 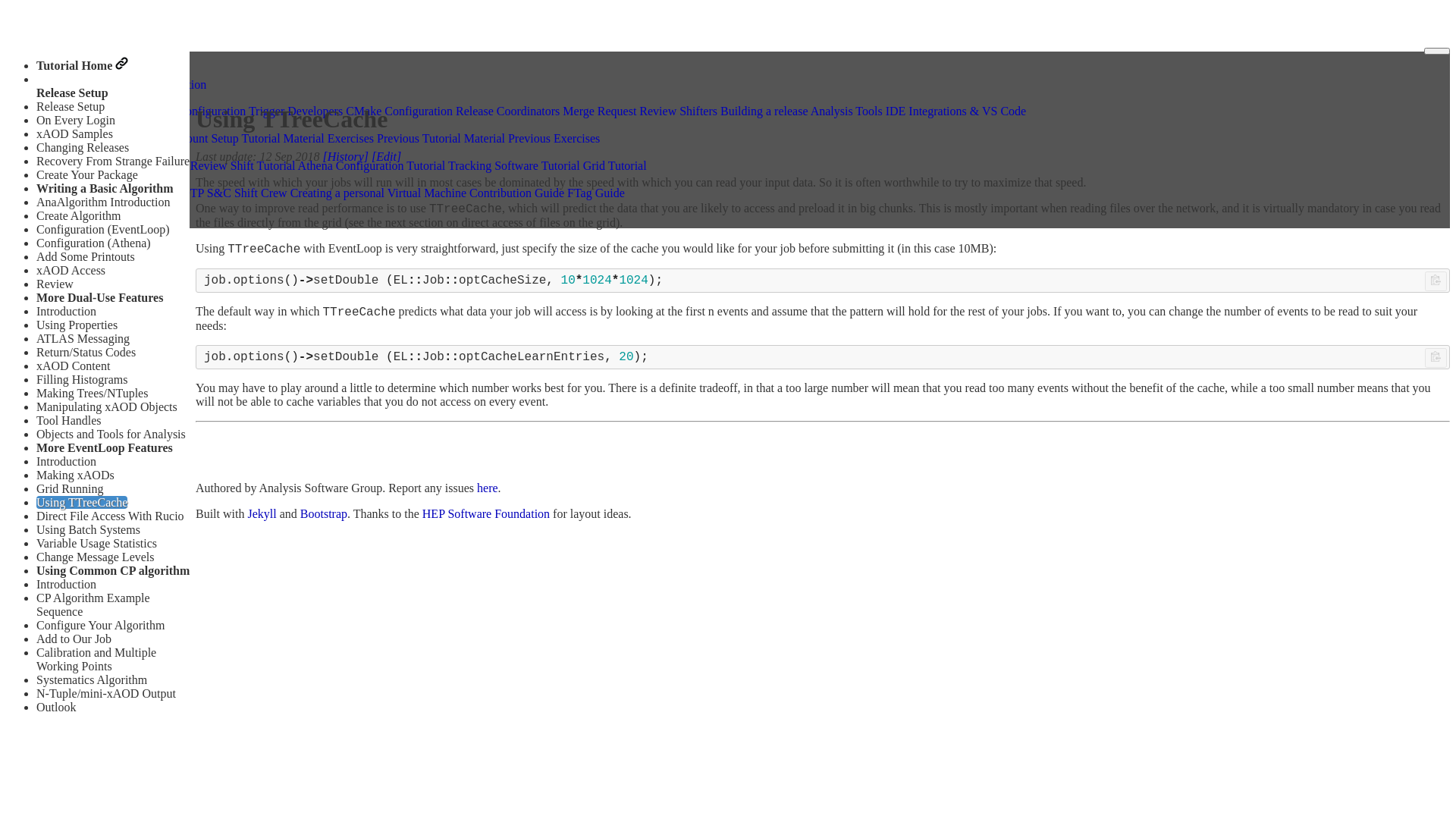 What do you see at coordinates (73, 639) in the screenshot?
I see `'Add to Our Job'` at bounding box center [73, 639].